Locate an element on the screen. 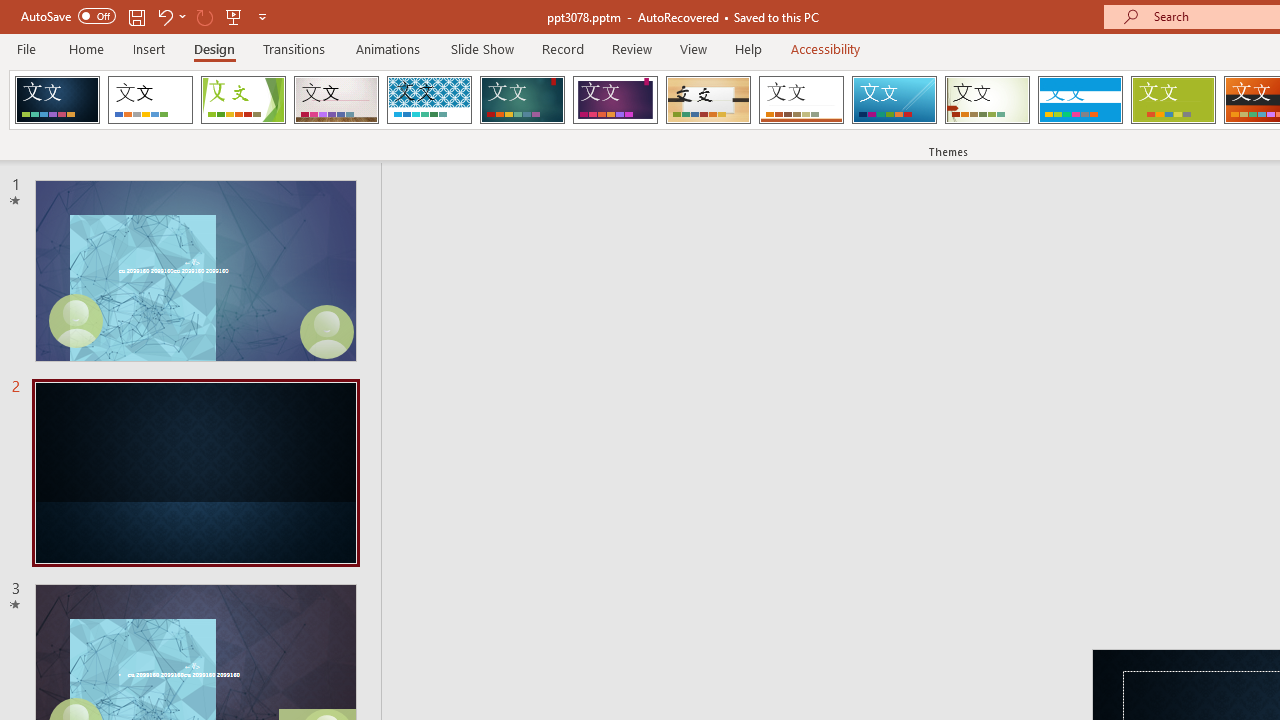  'Integral' is located at coordinates (428, 100).